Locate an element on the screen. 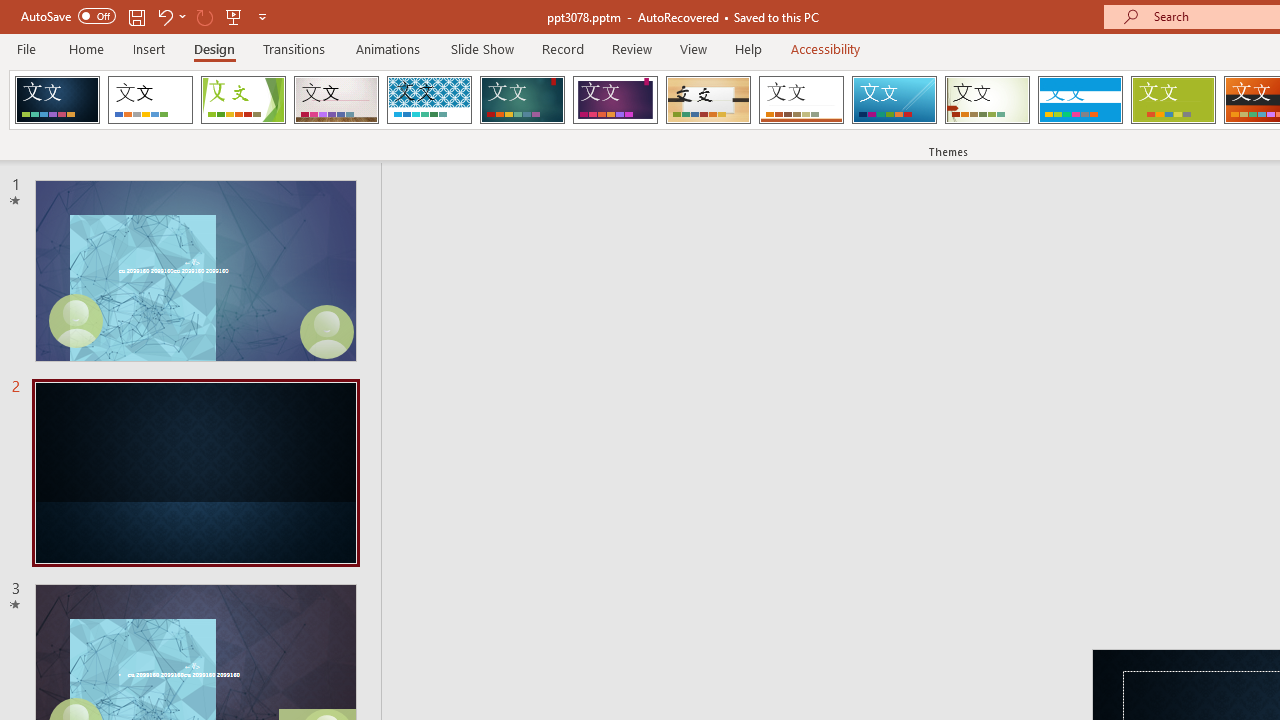  'Integral' is located at coordinates (428, 100).